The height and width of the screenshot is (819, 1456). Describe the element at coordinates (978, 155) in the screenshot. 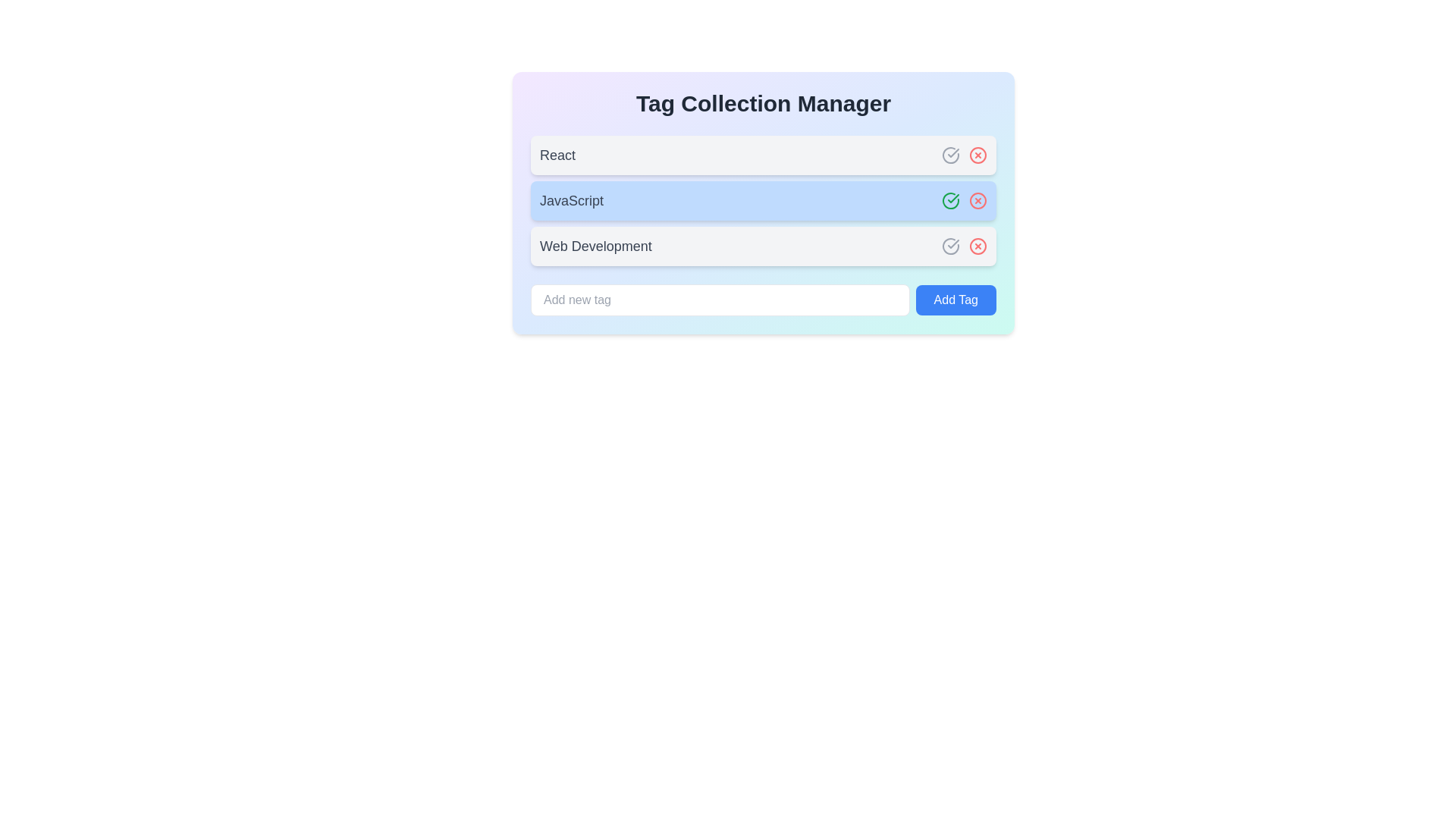

I see `the delete button located on the right section of the horizontal list entry labeled 'React'` at that location.